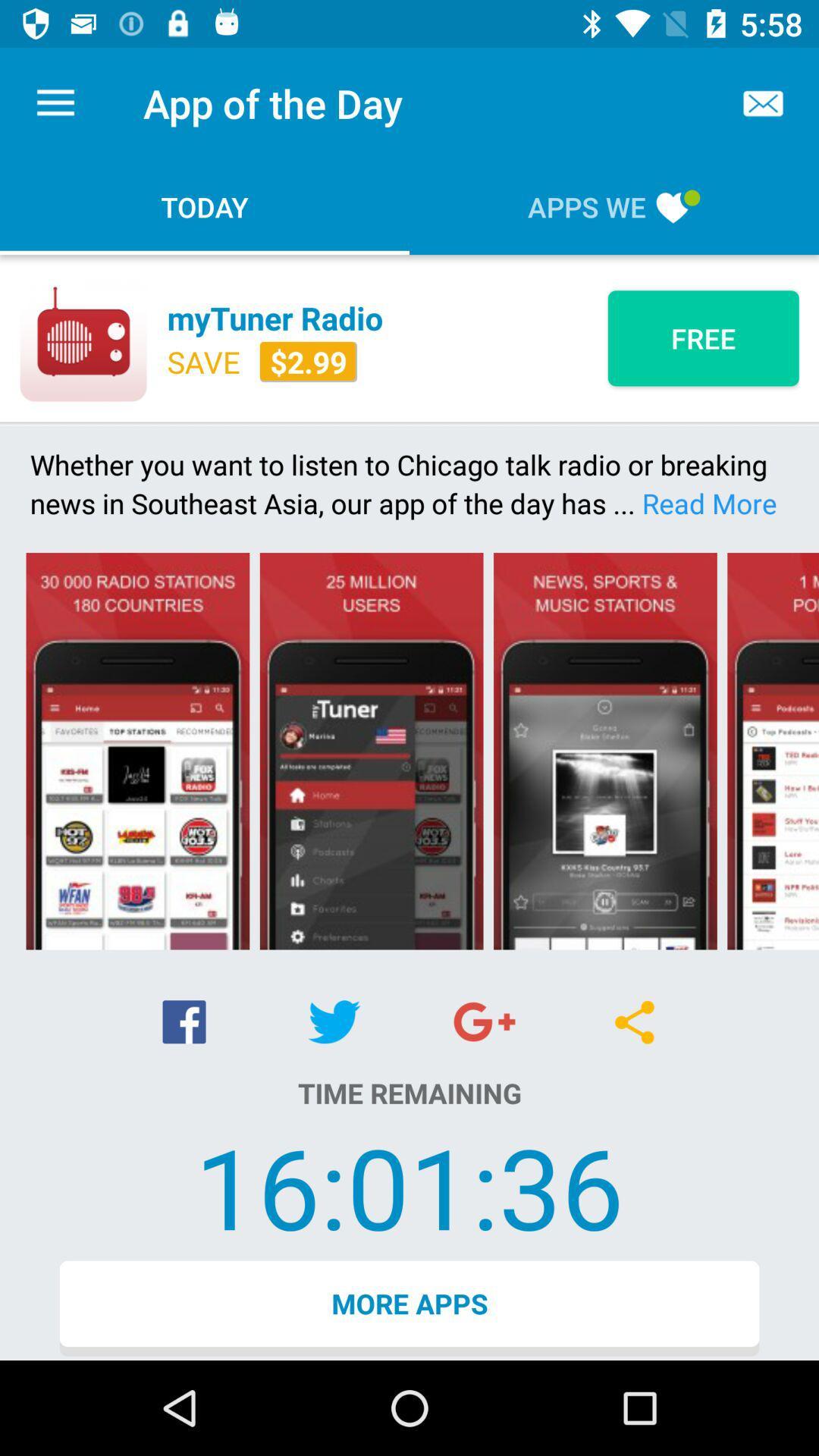 Image resolution: width=819 pixels, height=1456 pixels. What do you see at coordinates (184, 1021) in the screenshot?
I see `the facebook icon` at bounding box center [184, 1021].